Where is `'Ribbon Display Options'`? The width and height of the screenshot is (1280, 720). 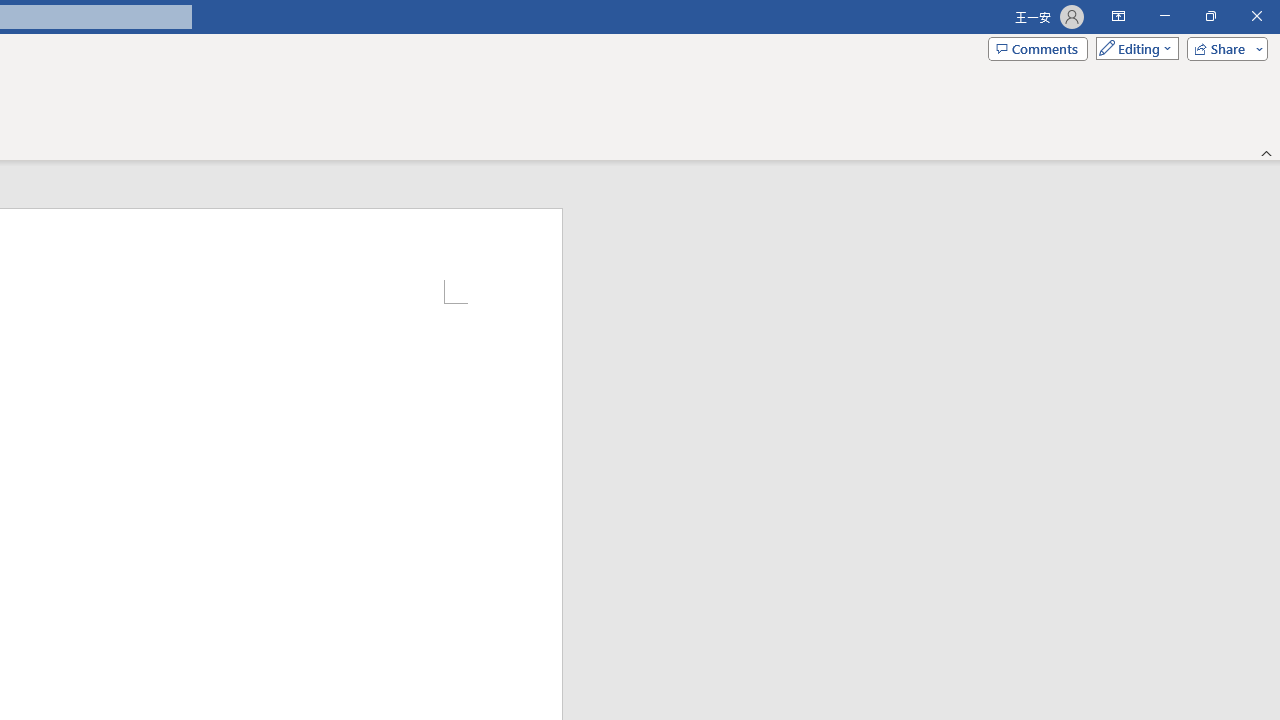
'Ribbon Display Options' is located at coordinates (1117, 16).